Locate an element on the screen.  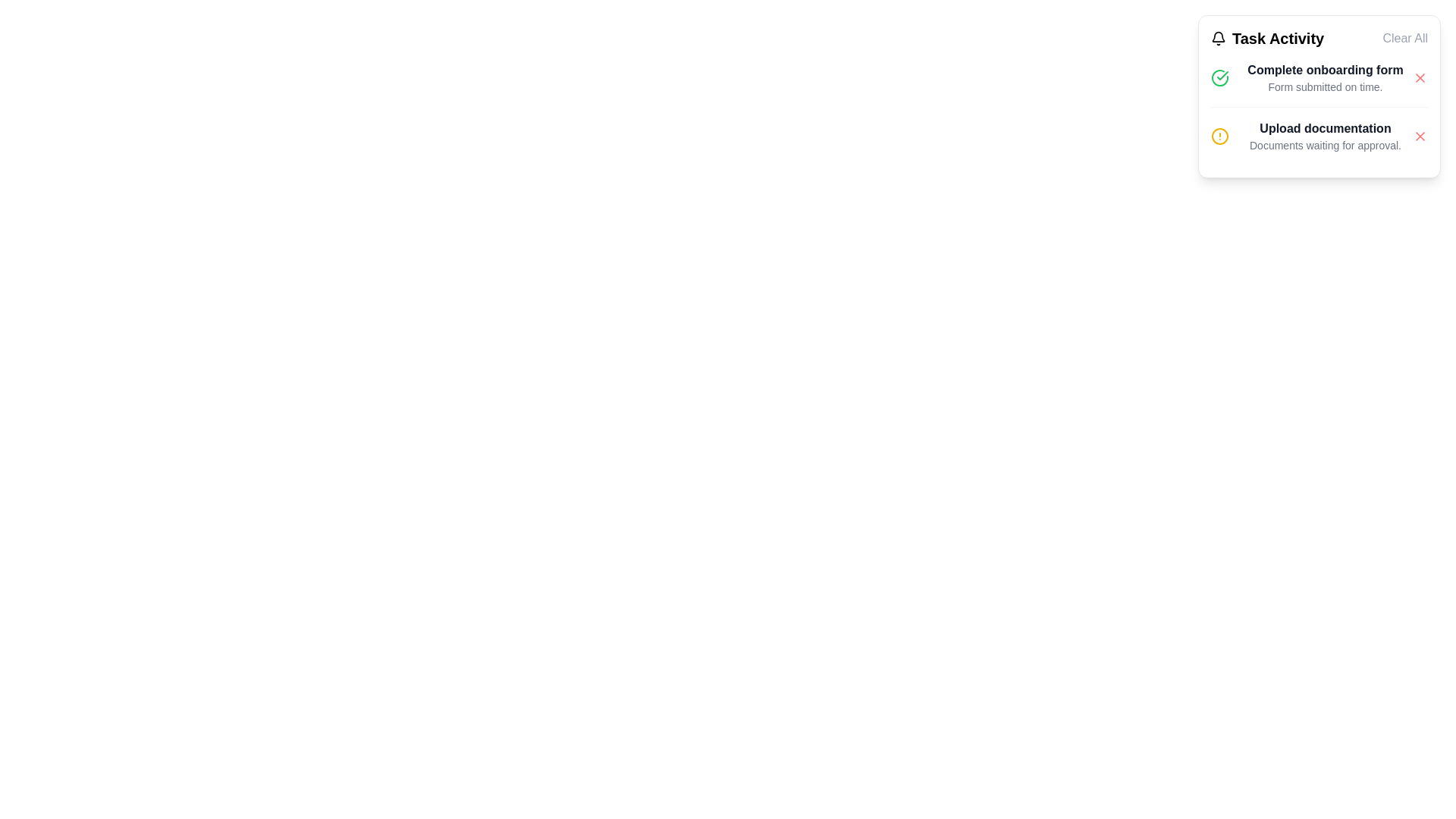
the text label displaying 'Complete onboarding form' in the 'Task Activity' section is located at coordinates (1324, 70).